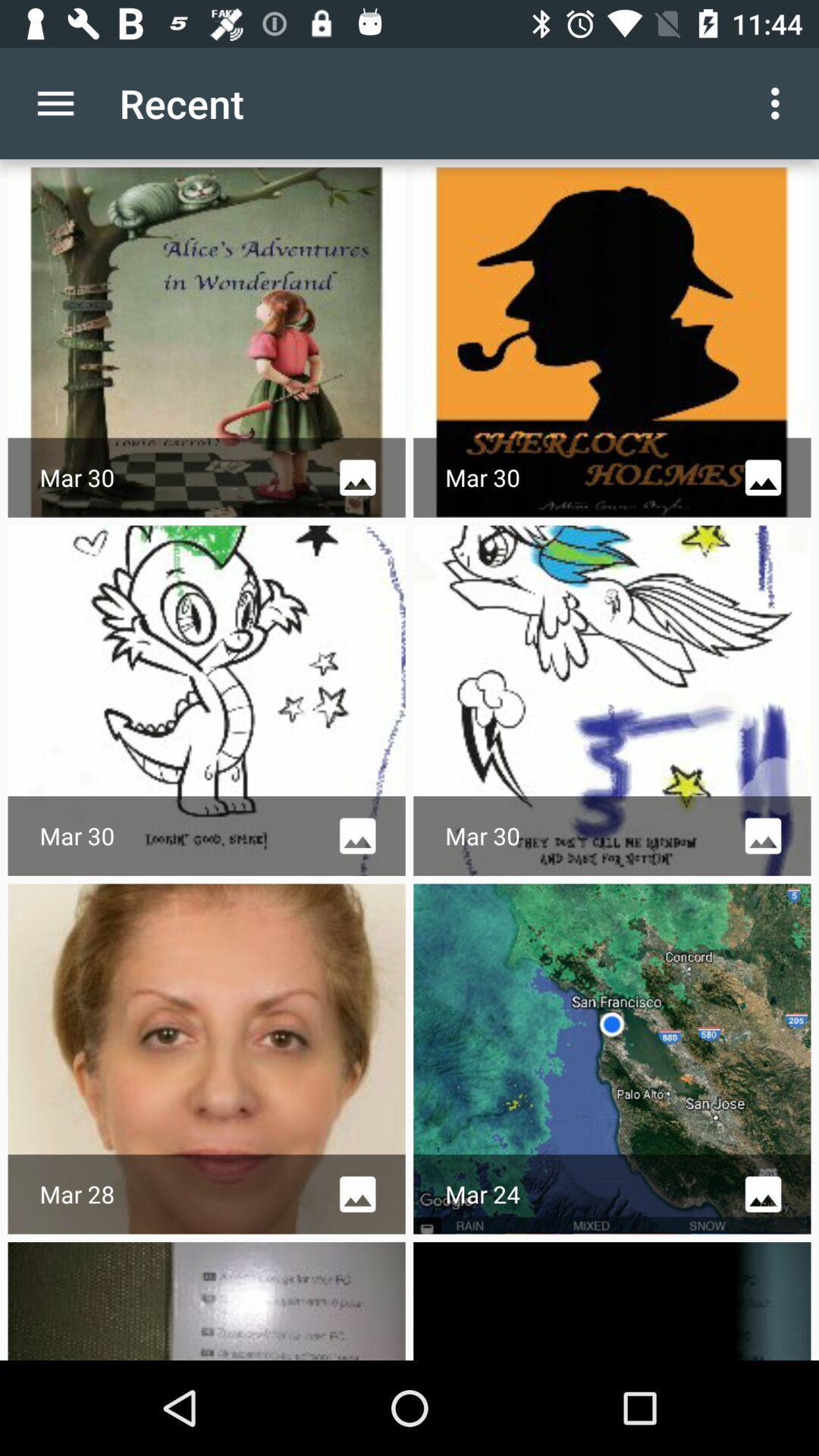 The width and height of the screenshot is (819, 1456). I want to click on icon next to the recent icon, so click(779, 102).